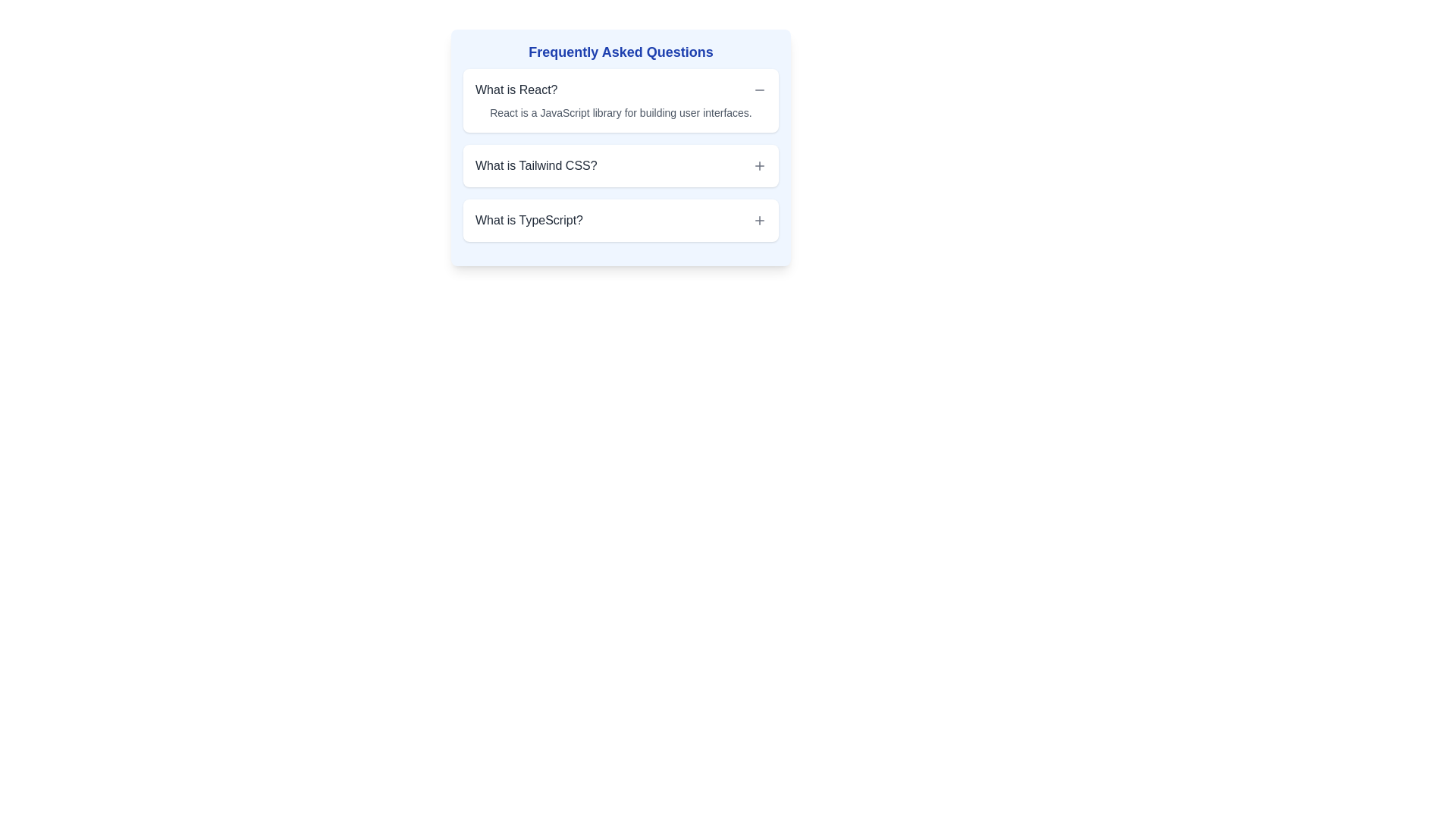 The image size is (1456, 819). I want to click on the text header element "What is React?" styled in medium bold dark gray, located in the FAQ section, so click(516, 90).